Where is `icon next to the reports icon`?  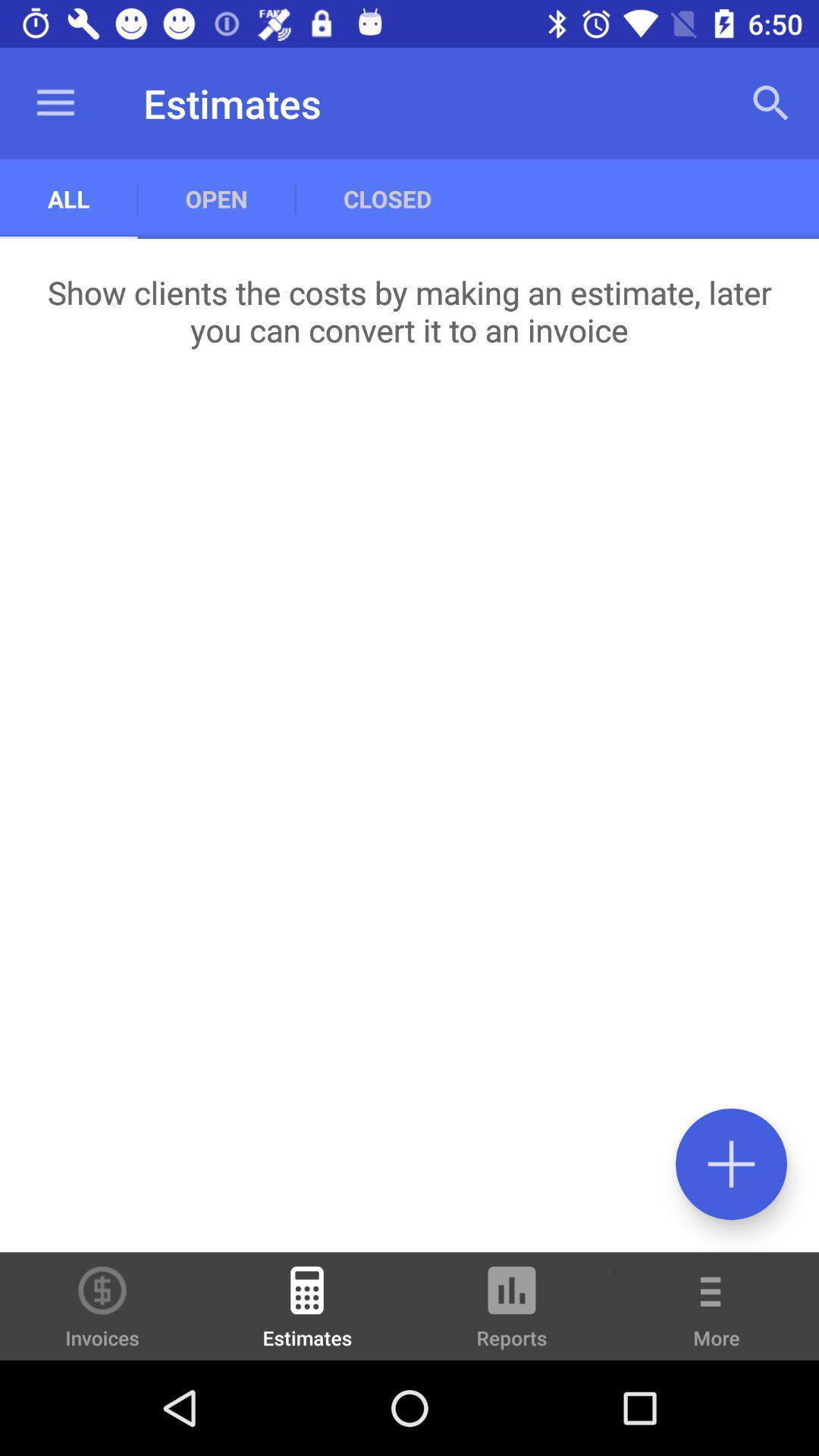
icon next to the reports icon is located at coordinates (717, 1316).